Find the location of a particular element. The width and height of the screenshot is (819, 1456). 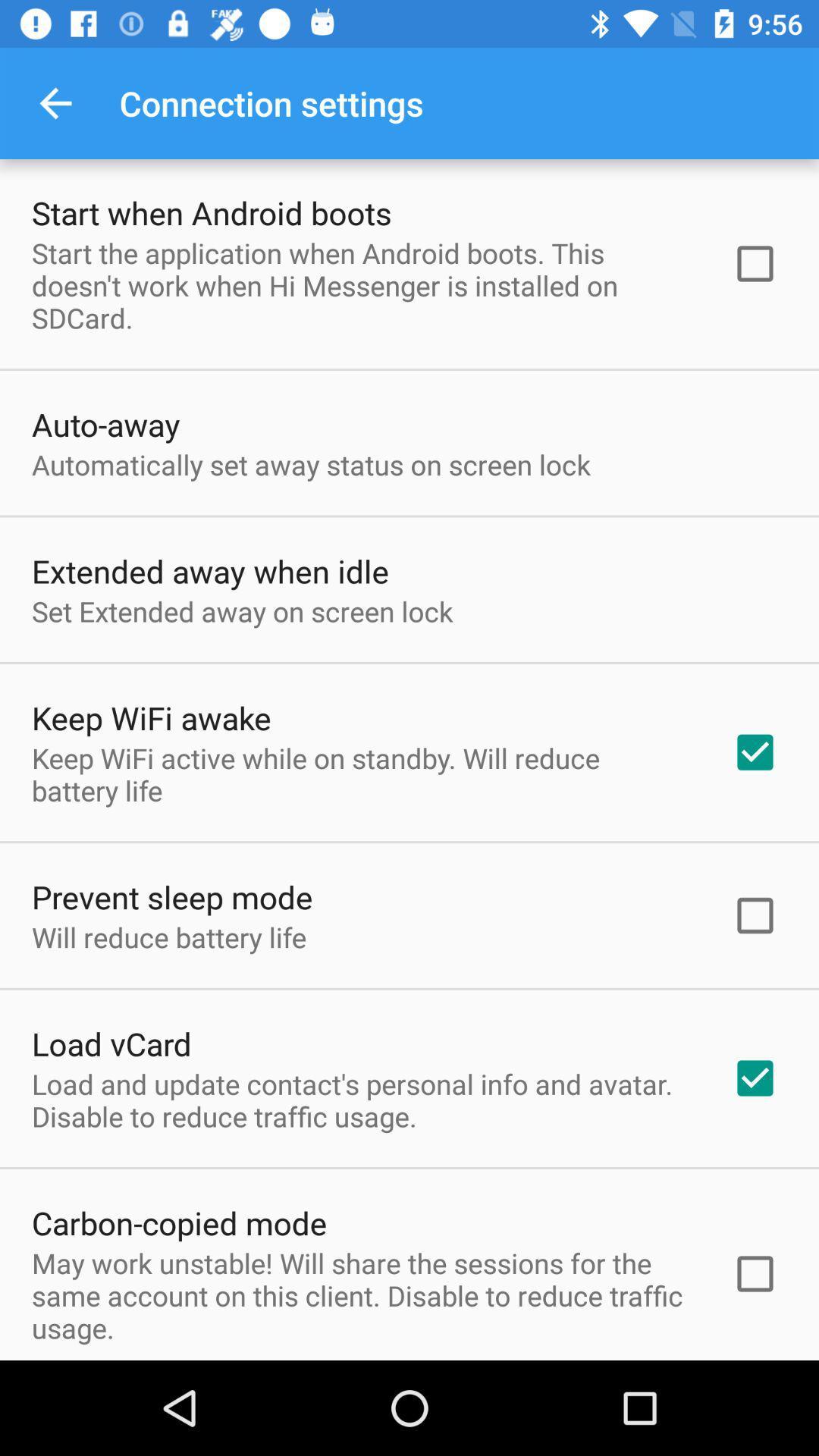

prevent sleep mode is located at coordinates (171, 896).